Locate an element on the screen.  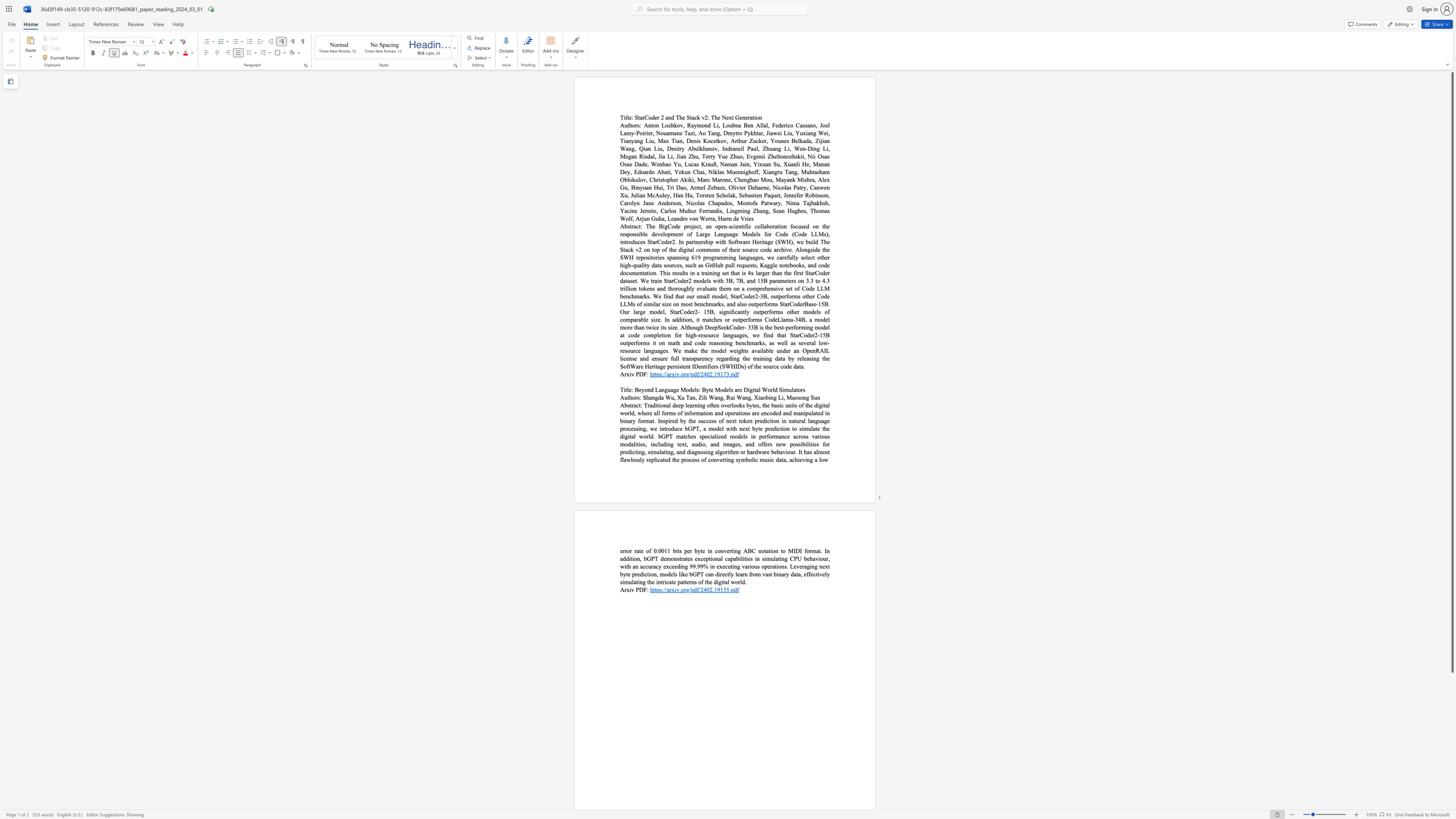
the 1th character "o" in the text is located at coordinates (645, 389).